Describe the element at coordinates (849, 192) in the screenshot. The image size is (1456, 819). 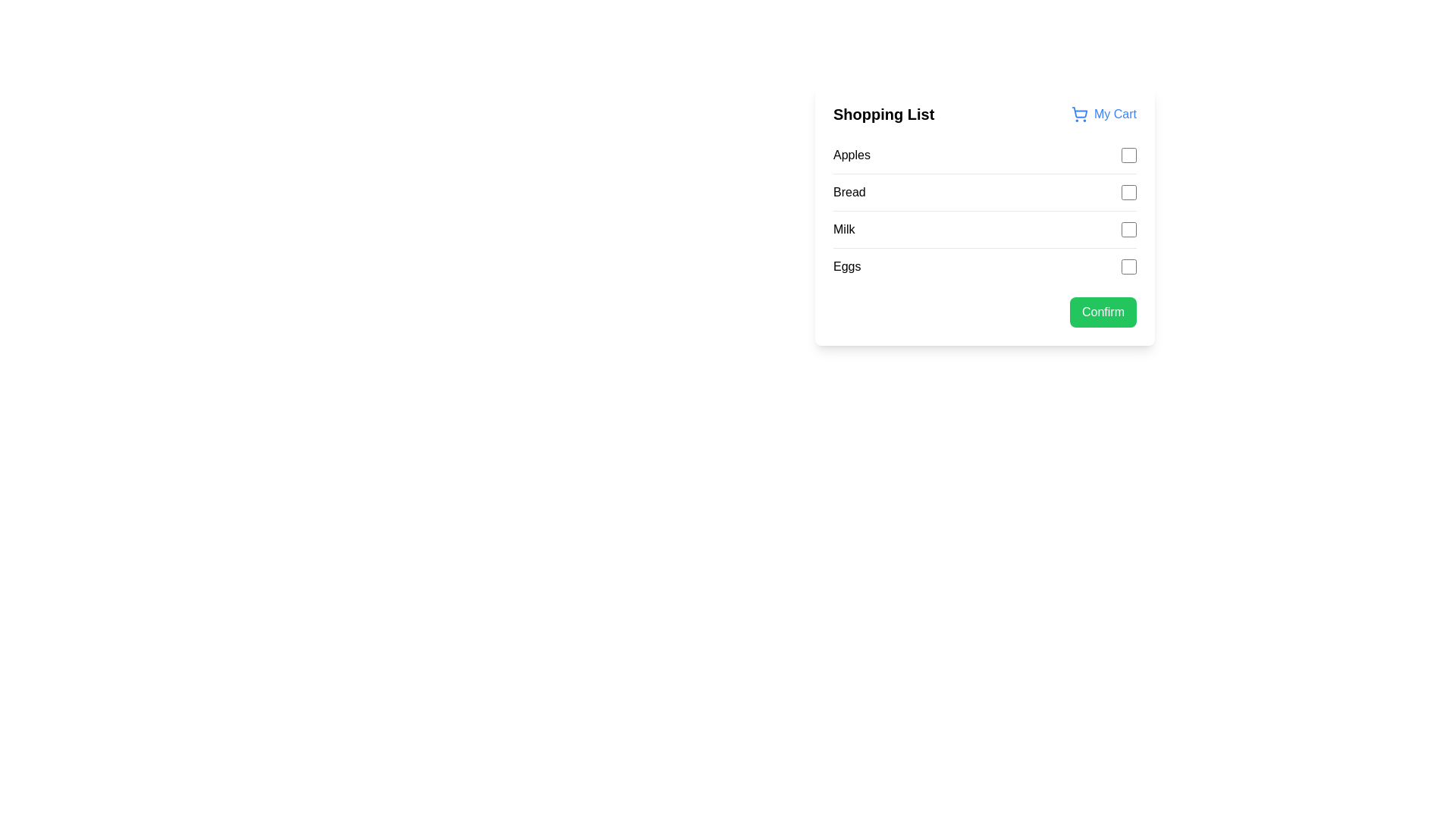
I see `the static text label that indicates the corresponding checkbox for an item in the shopping list` at that location.